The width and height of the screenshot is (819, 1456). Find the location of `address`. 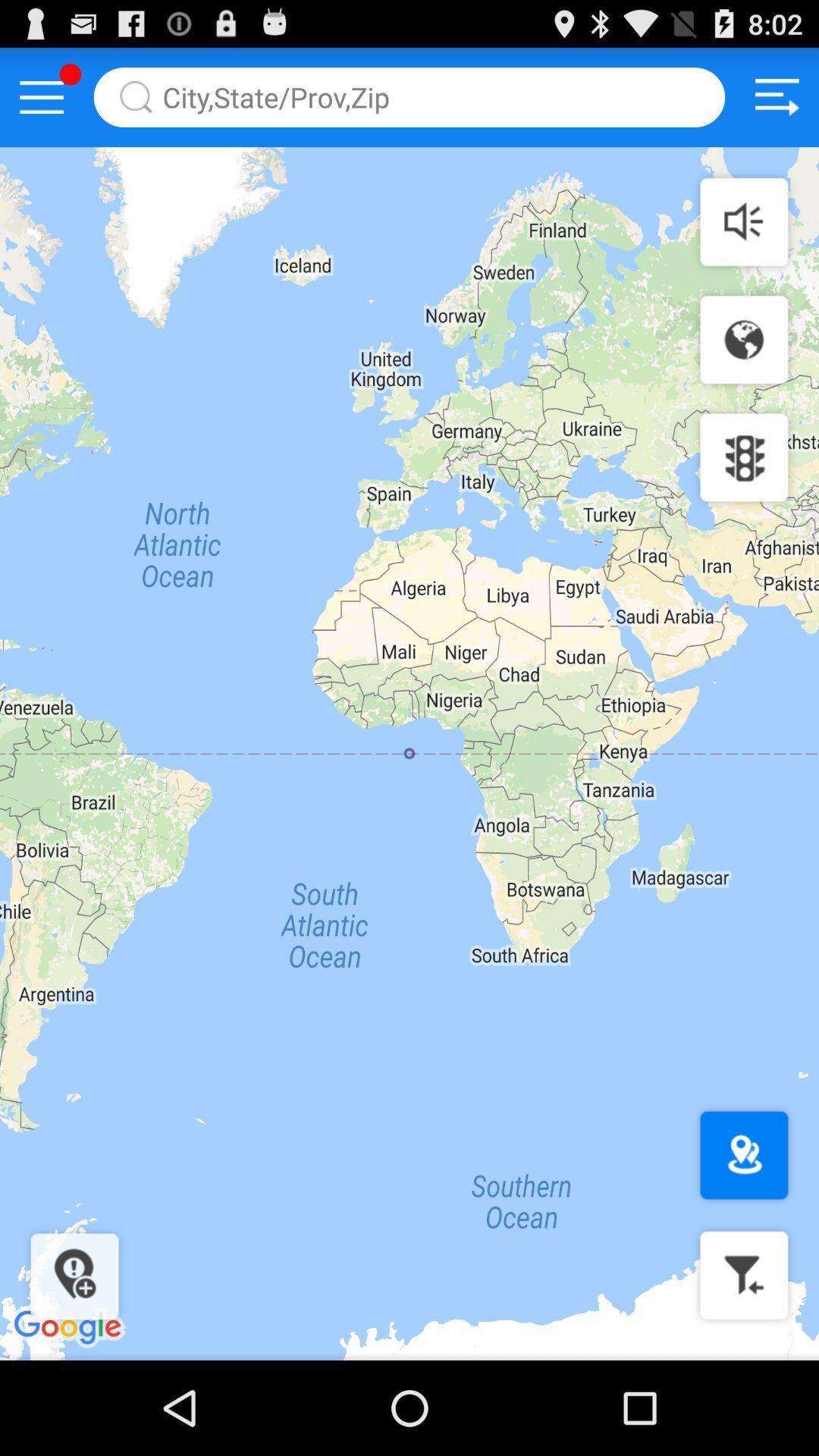

address is located at coordinates (409, 96).